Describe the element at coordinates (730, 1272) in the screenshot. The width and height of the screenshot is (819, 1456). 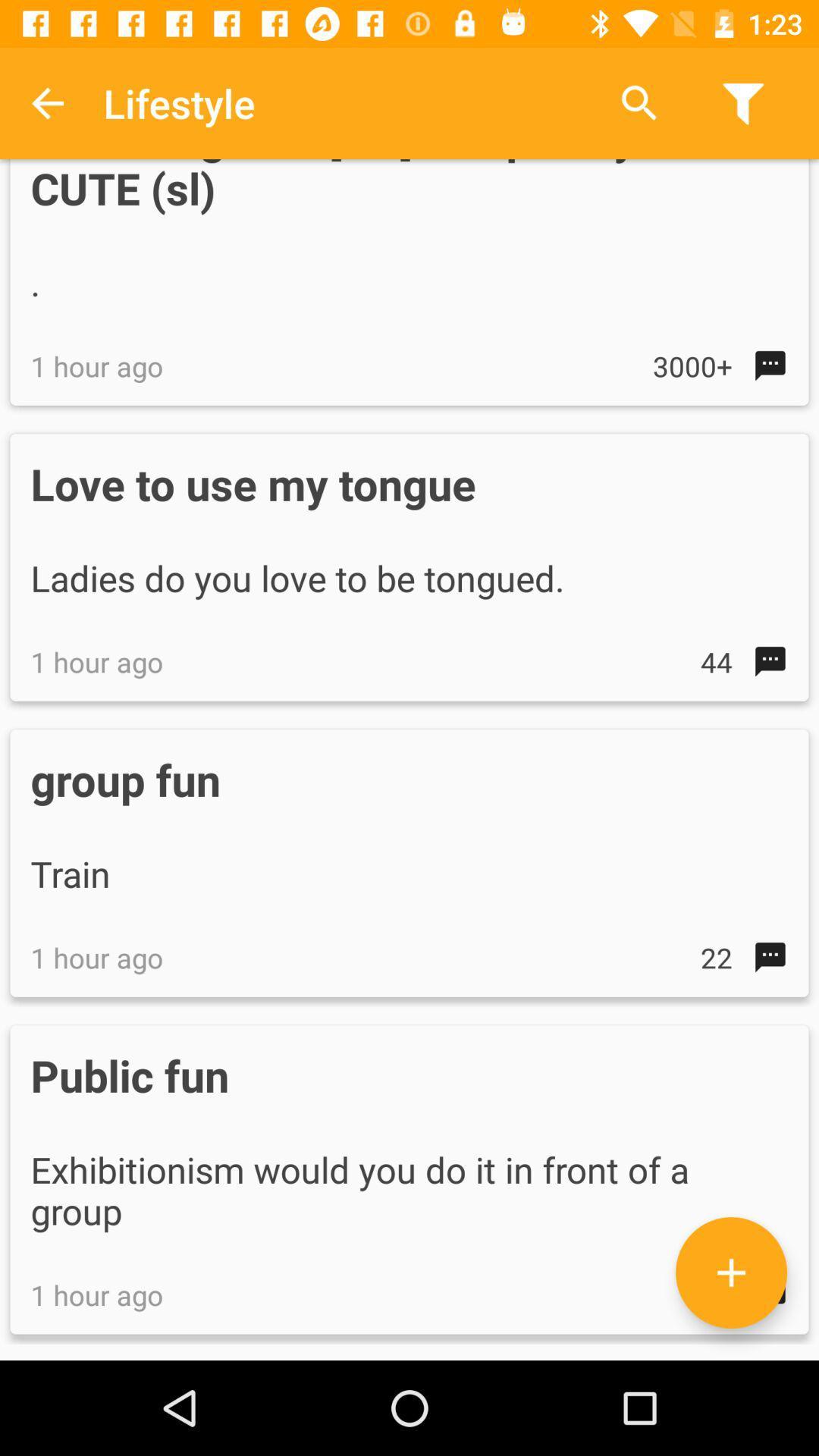
I see `bottom of the right corner text icon` at that location.